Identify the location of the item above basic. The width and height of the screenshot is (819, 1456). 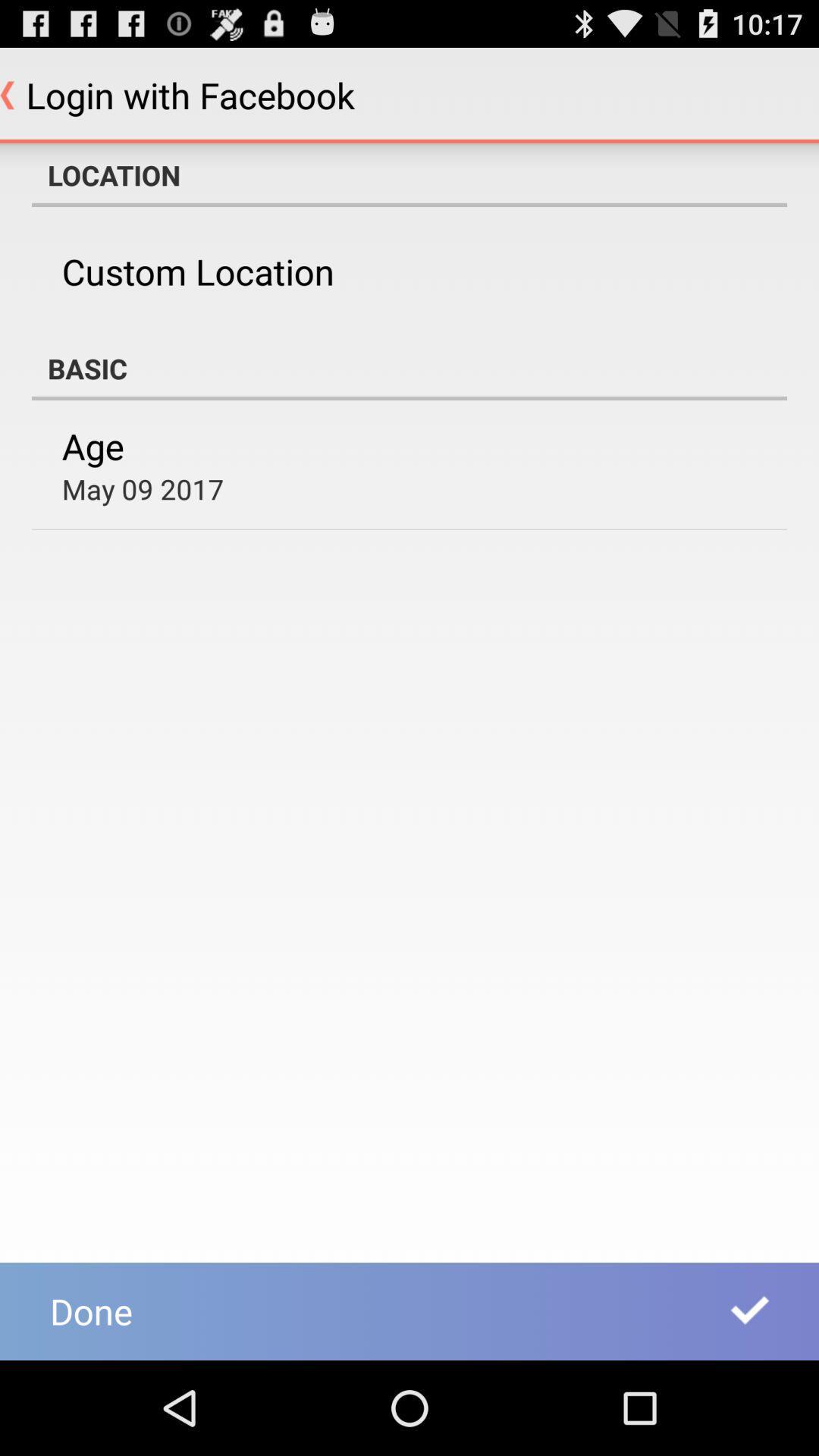
(197, 271).